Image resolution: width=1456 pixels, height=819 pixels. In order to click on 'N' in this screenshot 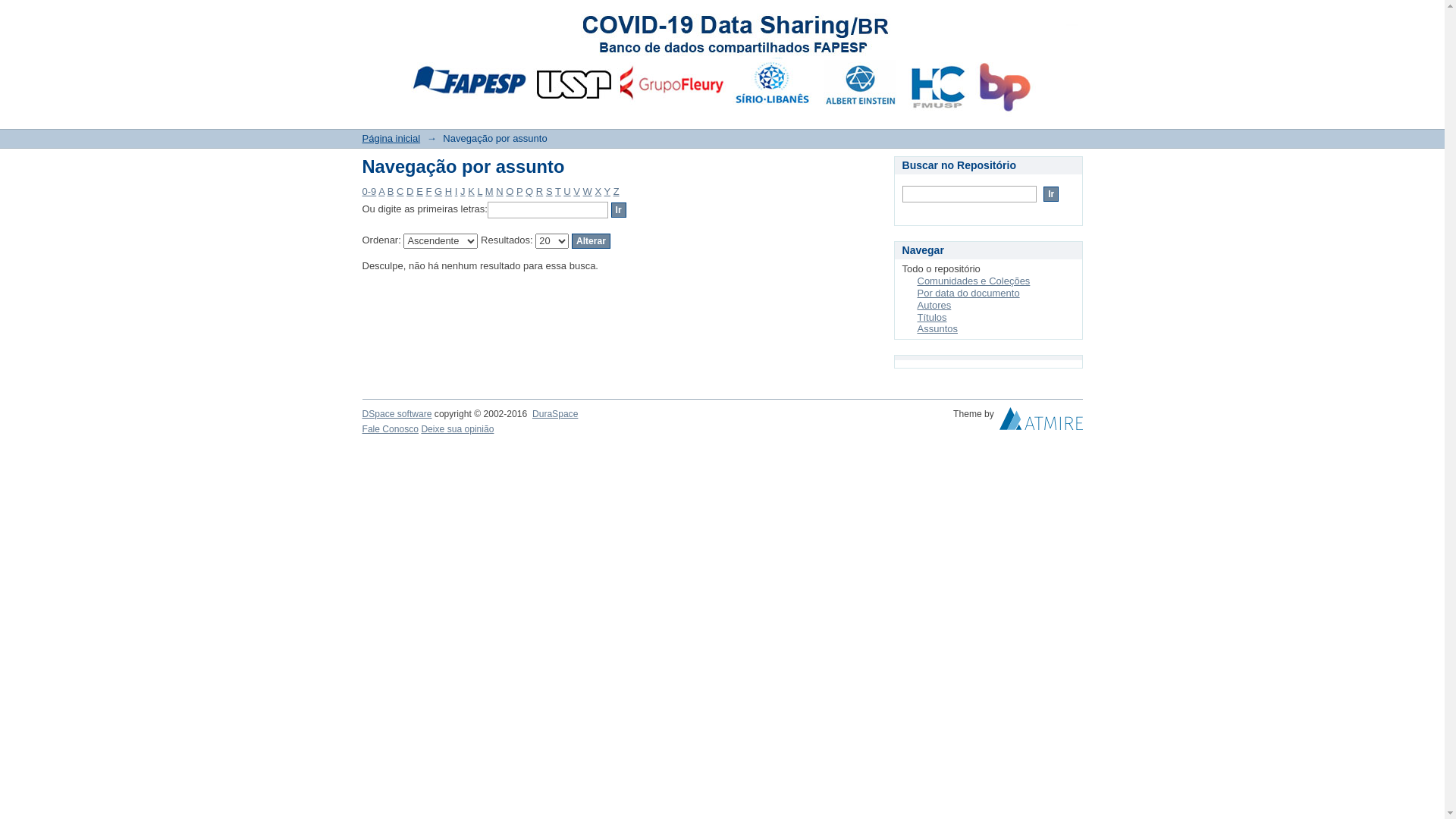, I will do `click(499, 190)`.